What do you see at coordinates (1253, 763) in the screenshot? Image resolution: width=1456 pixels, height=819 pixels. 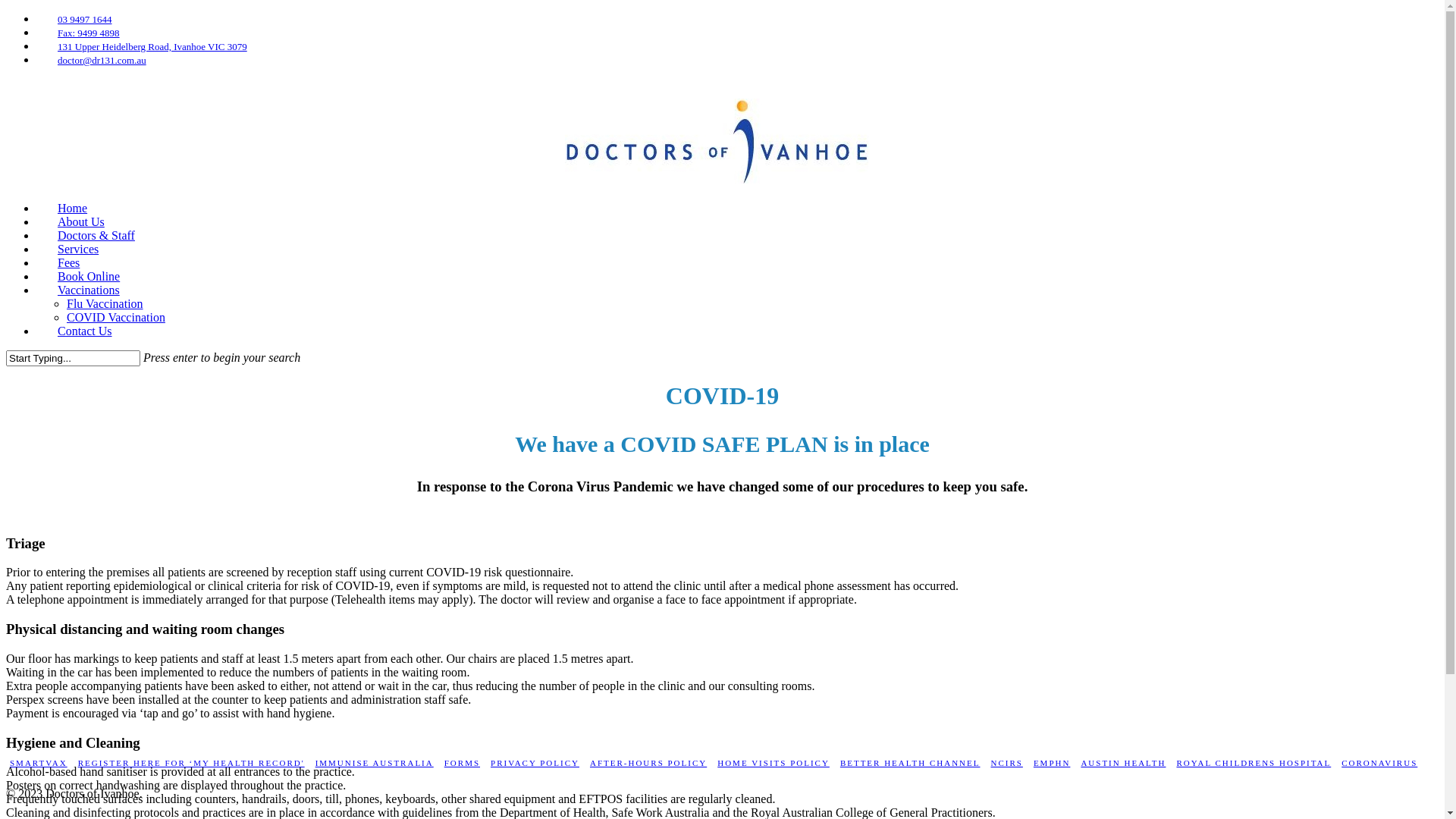 I see `'ROYAL CHILDRENS HOSPITAL'` at bounding box center [1253, 763].